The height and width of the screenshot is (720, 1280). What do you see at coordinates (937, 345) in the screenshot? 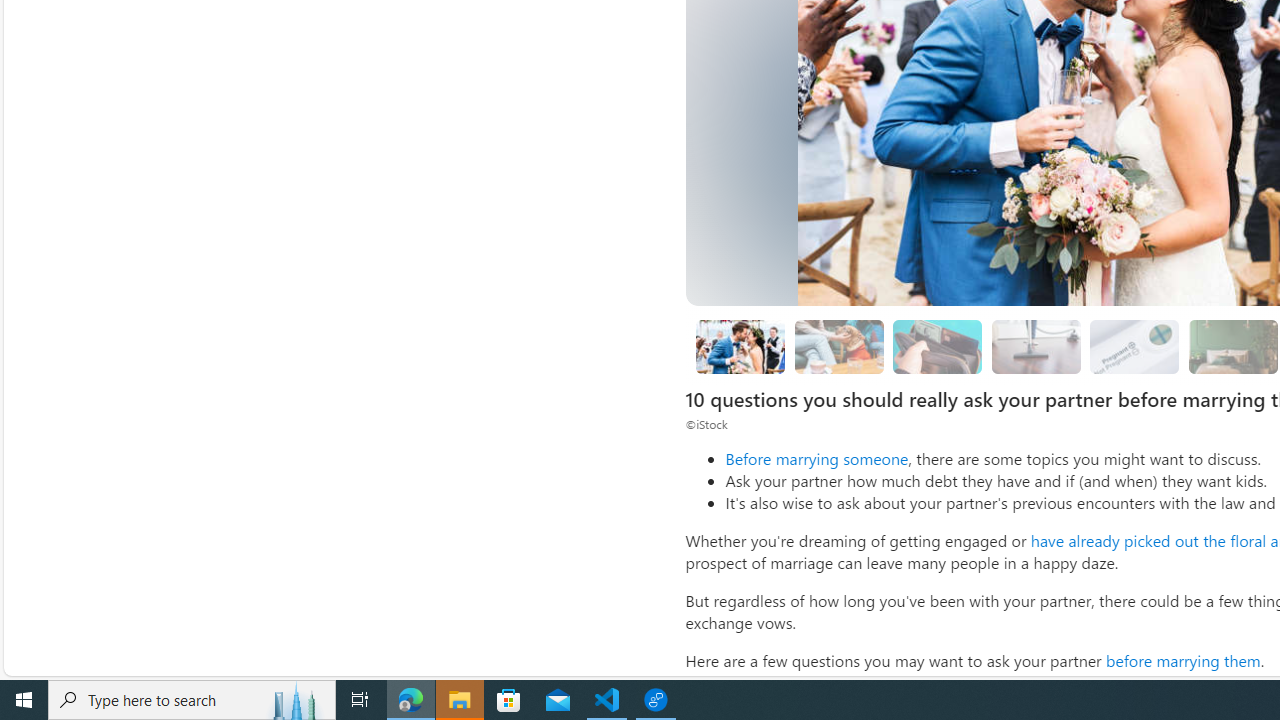
I see `'What kind of debt do you have?'` at bounding box center [937, 345].